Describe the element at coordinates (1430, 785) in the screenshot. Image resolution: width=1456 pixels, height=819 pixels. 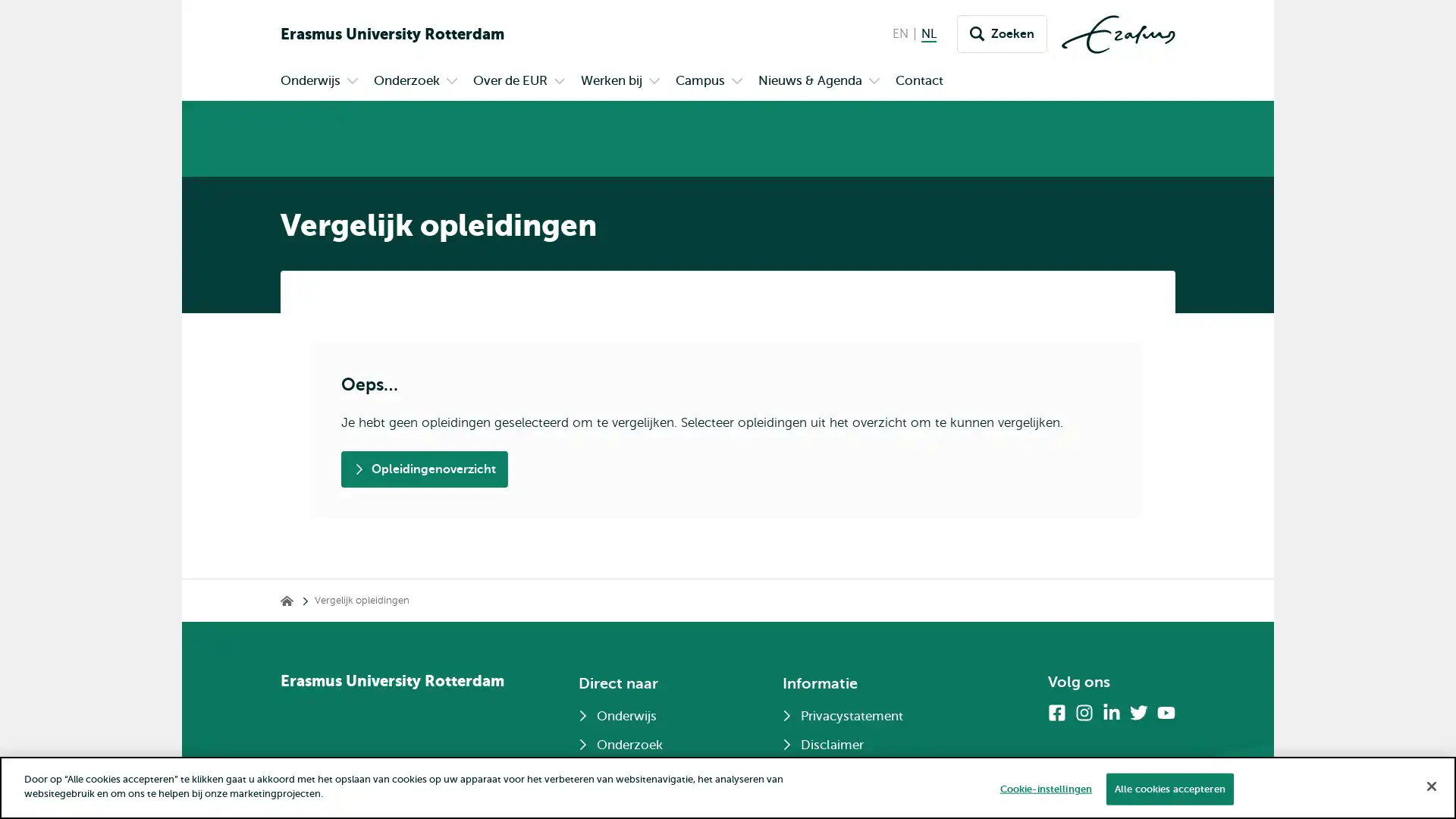
I see `Sluiten` at that location.